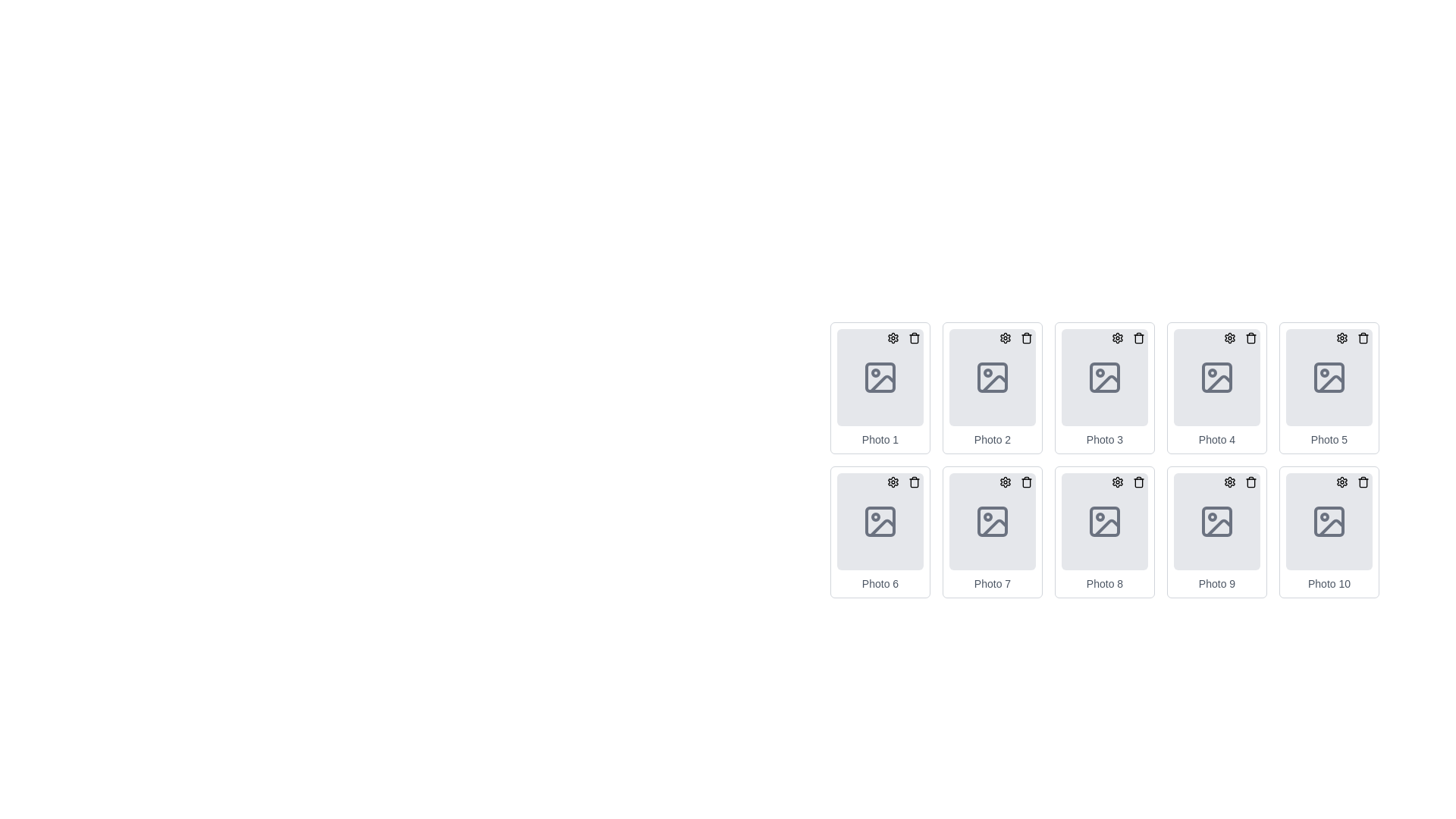  I want to click on the operational toolbar for the 'Photo 4' item, which provides quick access to settings and delete actions, located in the top-right corner inside its card, so click(1241, 337).